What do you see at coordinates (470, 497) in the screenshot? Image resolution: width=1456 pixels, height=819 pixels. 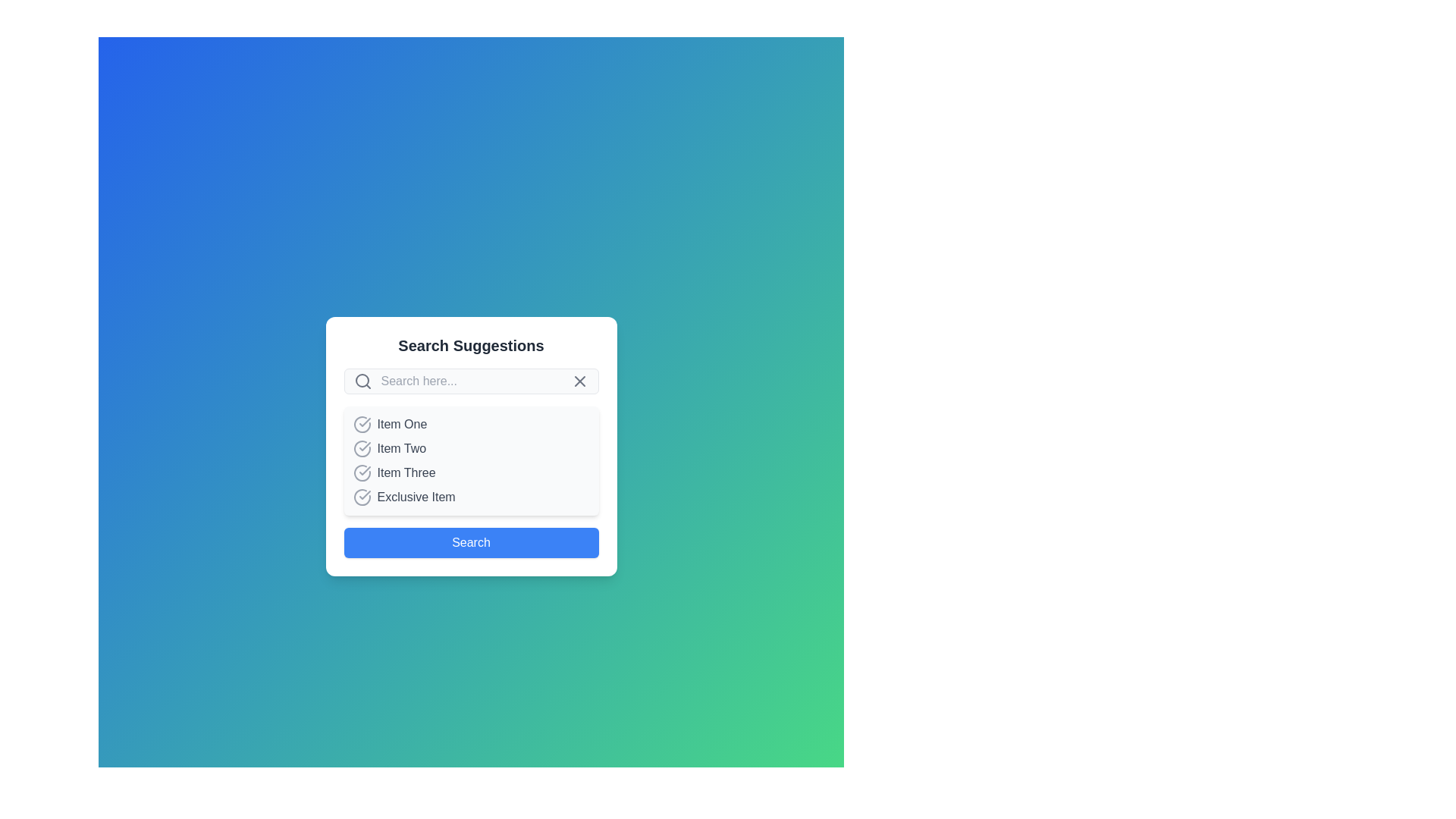 I see `'Exclusive Item' list item located directly below 'Item Three' in the 'Search Suggestions' overlay by clicking on it` at bounding box center [470, 497].